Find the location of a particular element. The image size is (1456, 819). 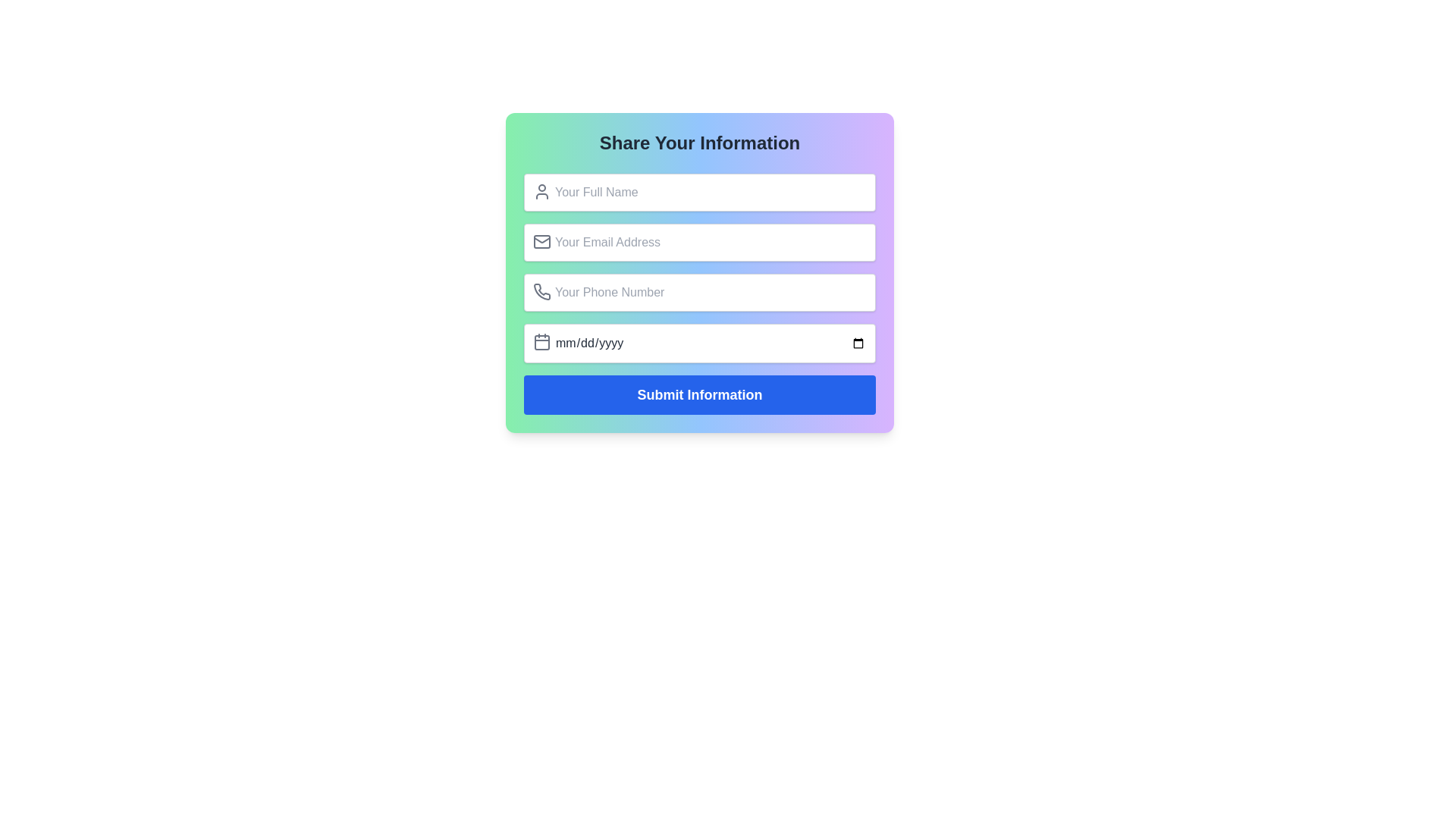

the phone number input field, which is the third input is located at coordinates (698, 292).